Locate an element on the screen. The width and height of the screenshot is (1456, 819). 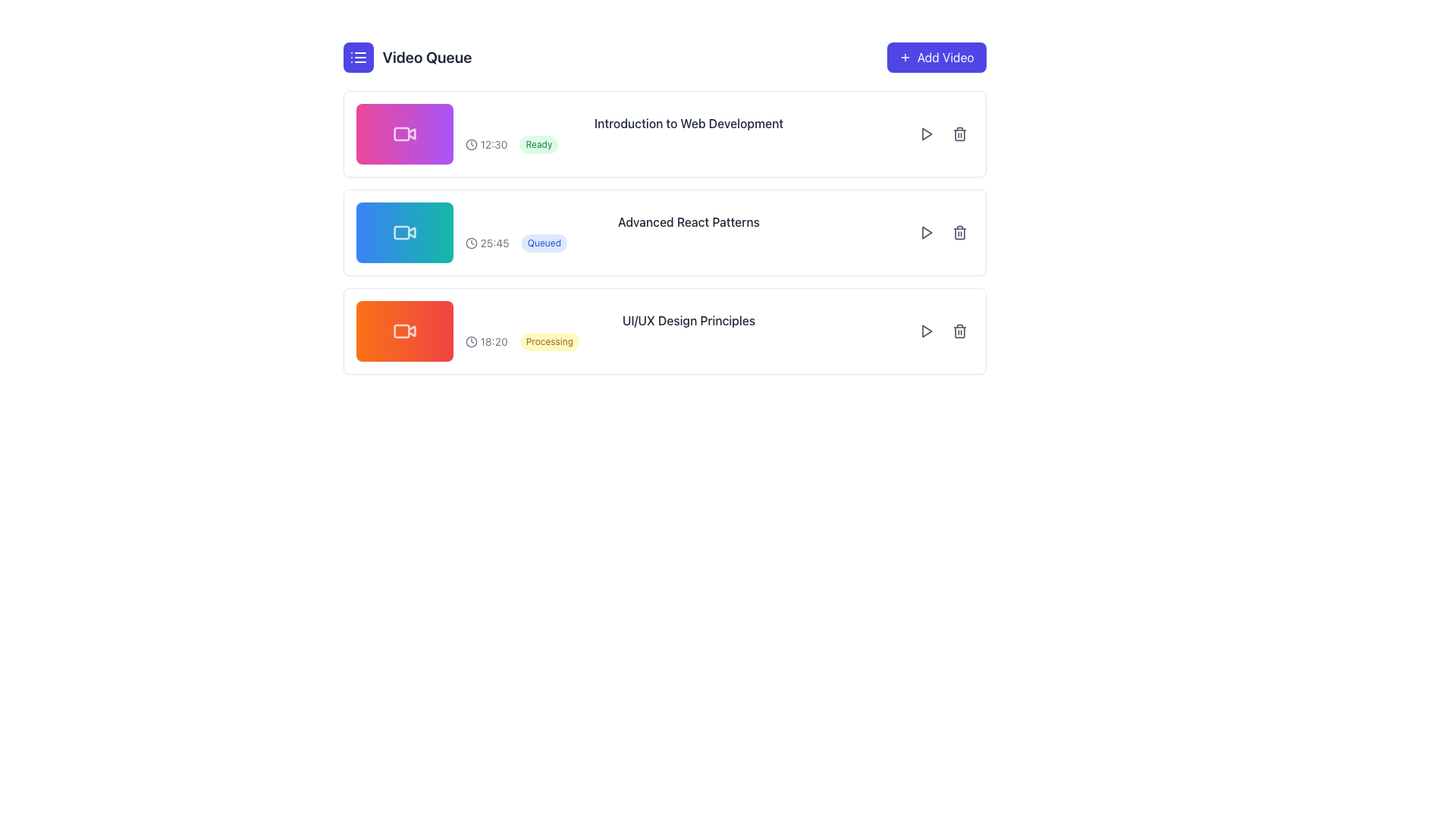
the icon located on the left side of the 'Video Queue' header, which serves as a title for the section is located at coordinates (407, 57).